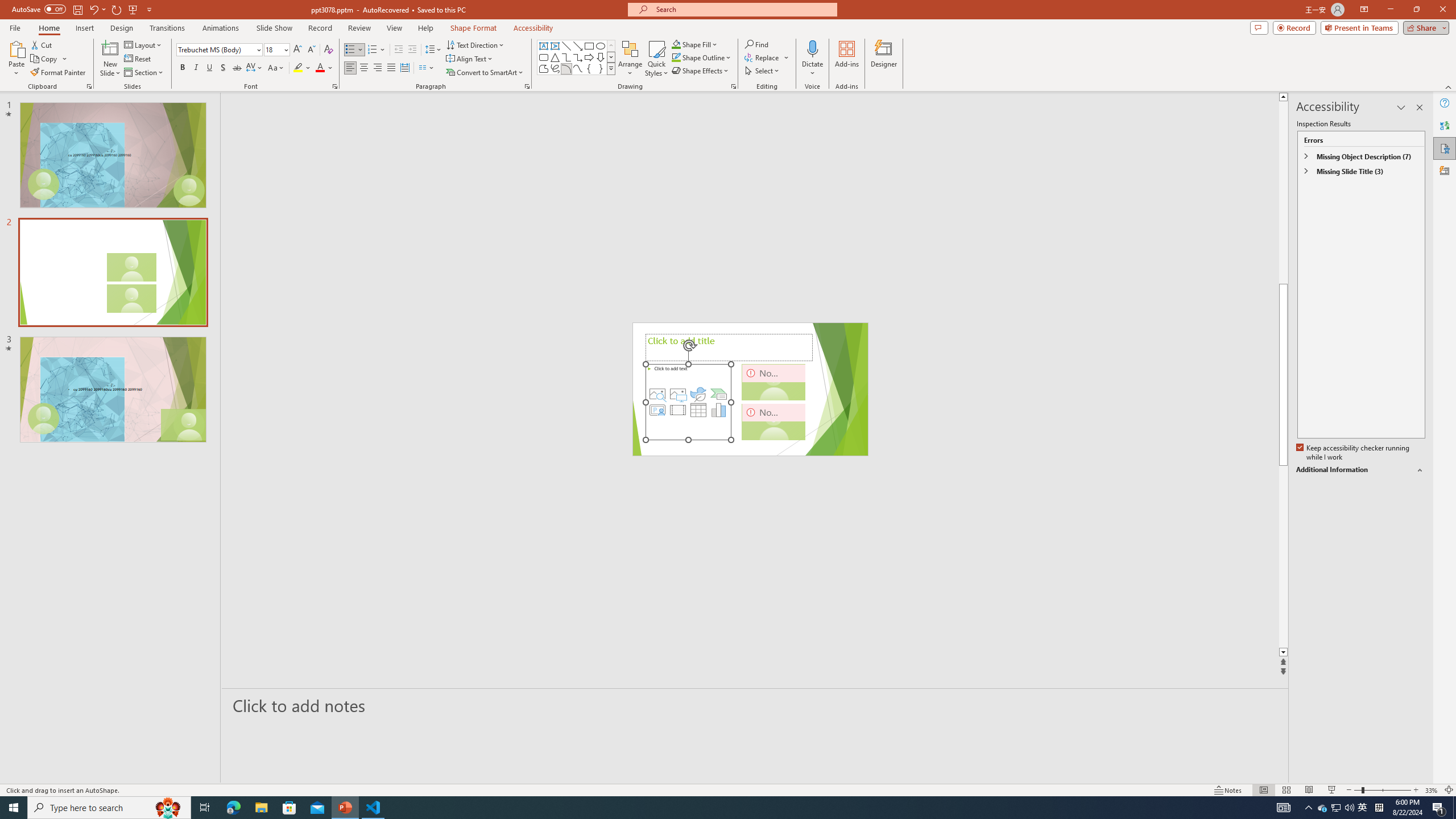 The height and width of the screenshot is (819, 1456). Describe the element at coordinates (688, 402) in the screenshot. I see `'Content Placeholder'` at that location.